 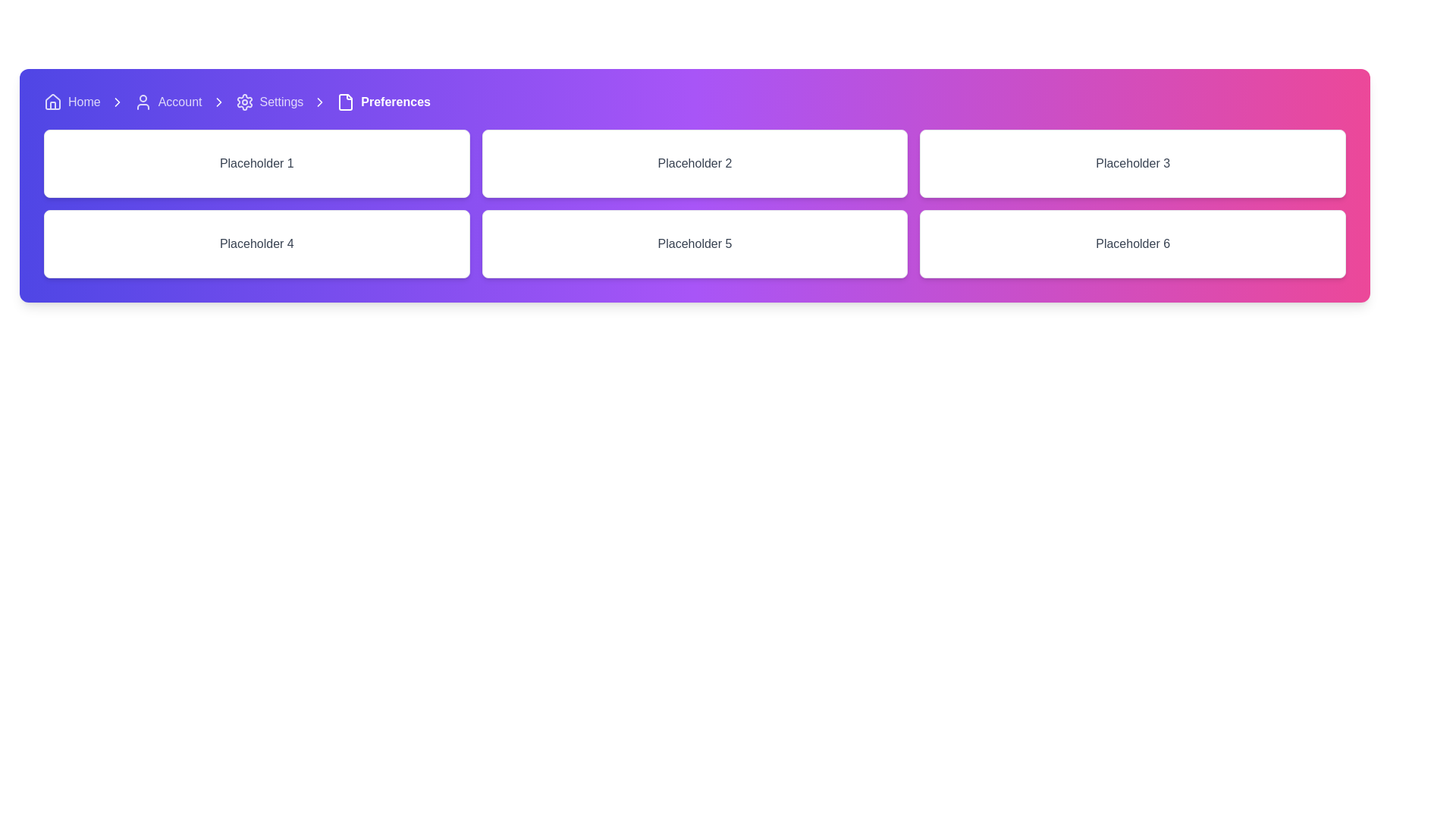 What do you see at coordinates (694, 102) in the screenshot?
I see `the breadcrumb navigation bar at the specified coordinates` at bounding box center [694, 102].